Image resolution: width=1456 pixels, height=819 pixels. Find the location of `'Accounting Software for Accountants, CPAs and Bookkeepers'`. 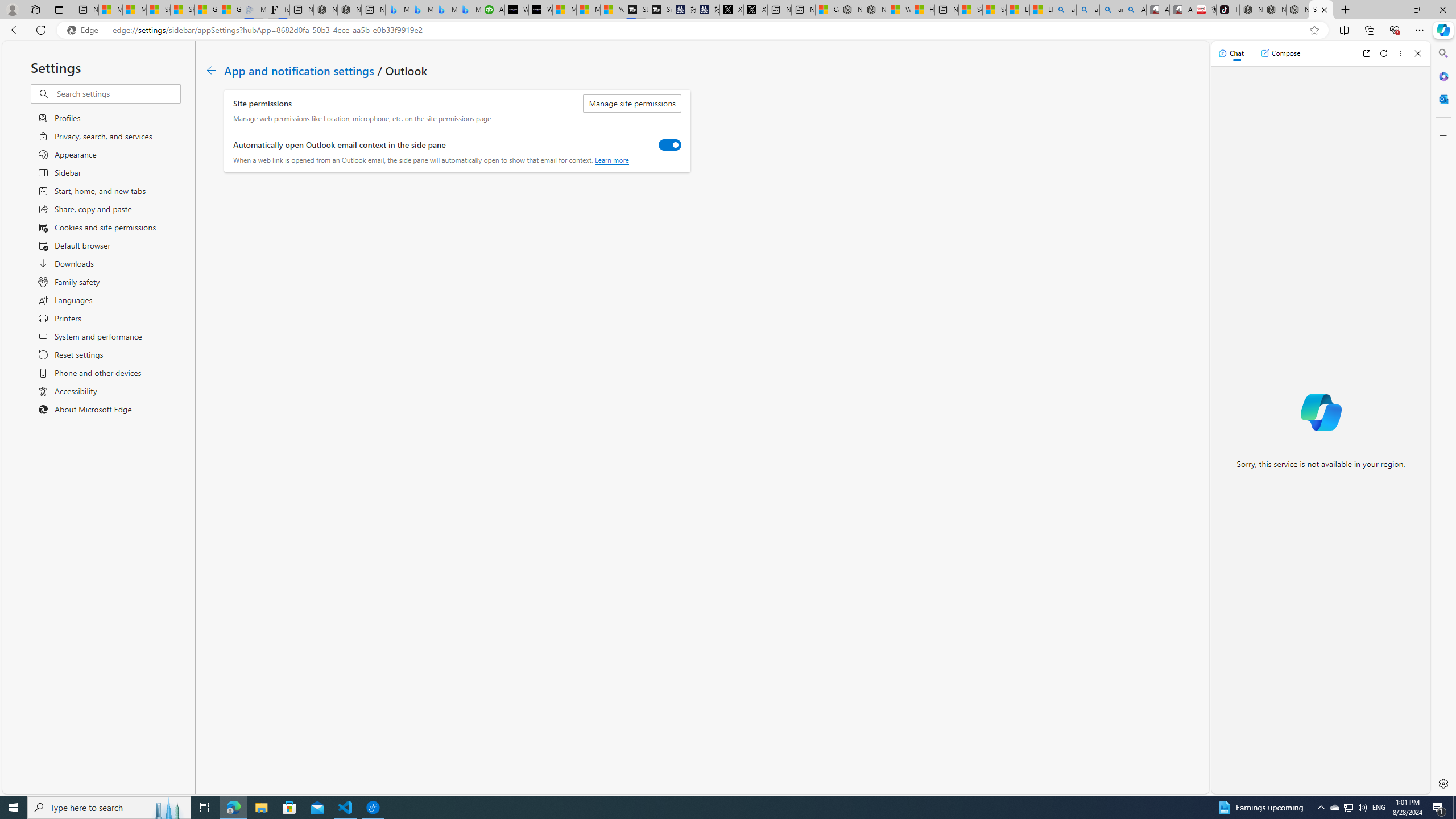

'Accounting Software for Accountants, CPAs and Bookkeepers' is located at coordinates (492, 9).